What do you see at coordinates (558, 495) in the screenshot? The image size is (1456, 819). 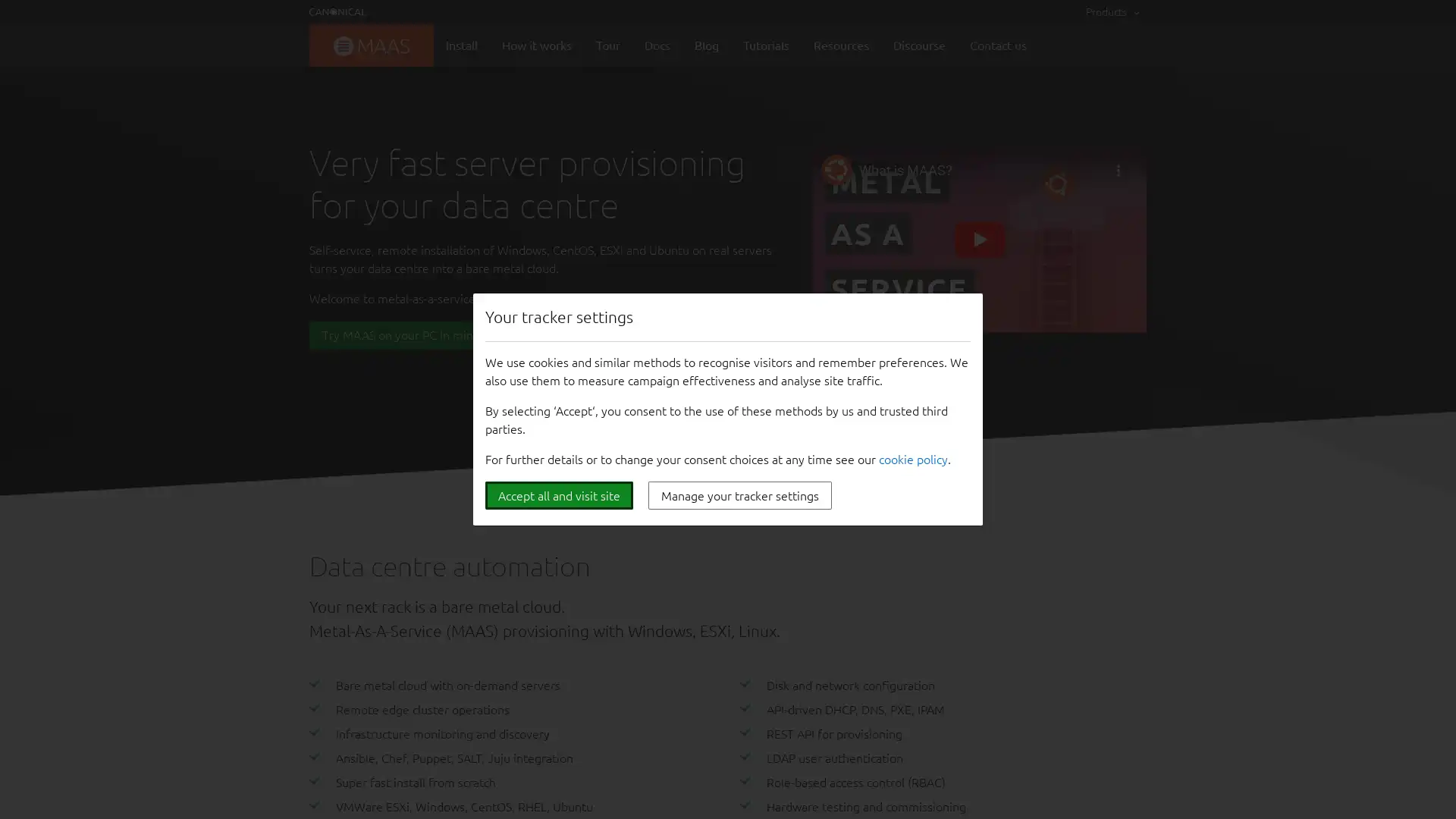 I see `Accept all and visit site` at bounding box center [558, 495].